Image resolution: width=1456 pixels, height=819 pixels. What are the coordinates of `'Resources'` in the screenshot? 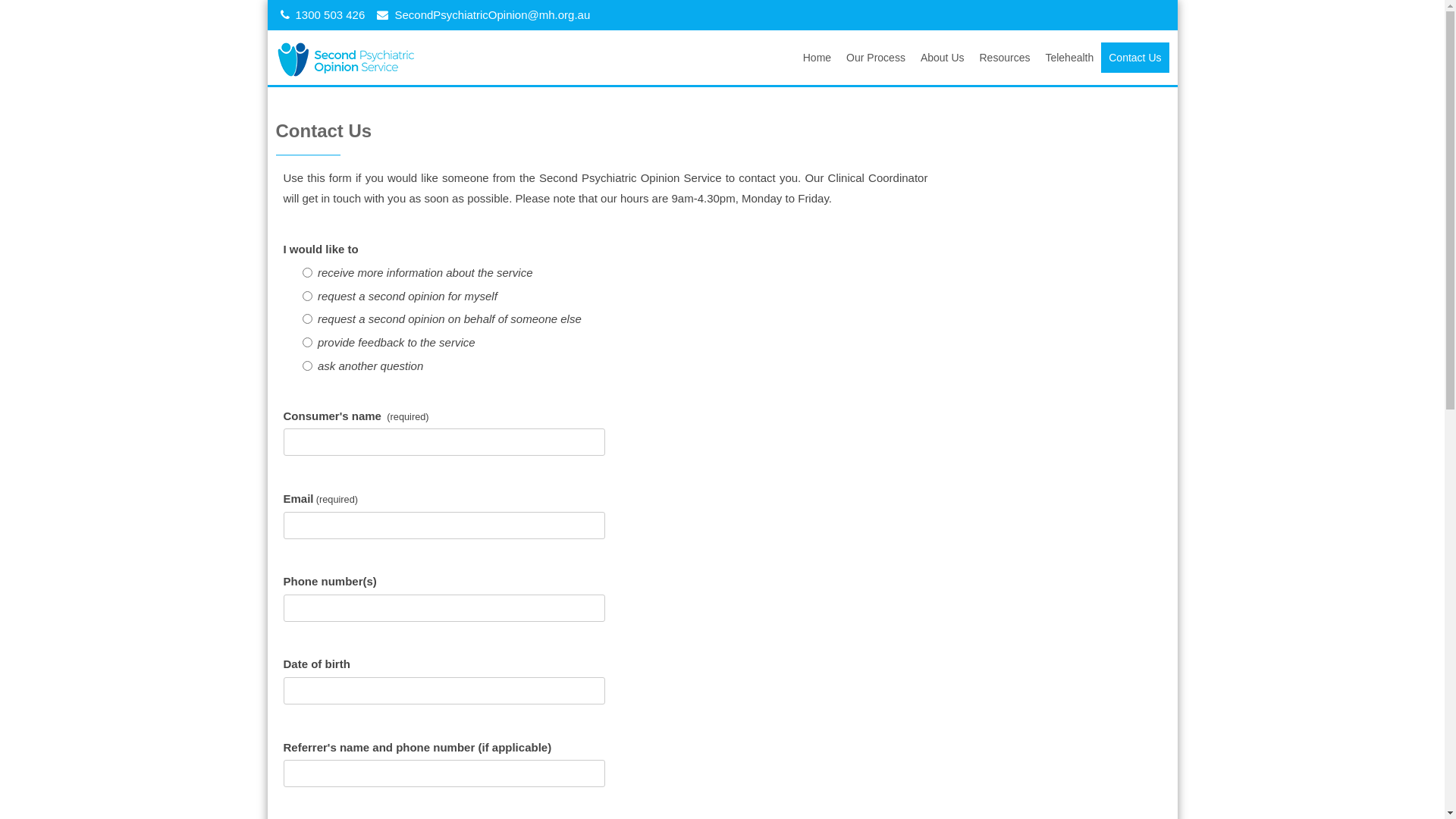 It's located at (1005, 57).